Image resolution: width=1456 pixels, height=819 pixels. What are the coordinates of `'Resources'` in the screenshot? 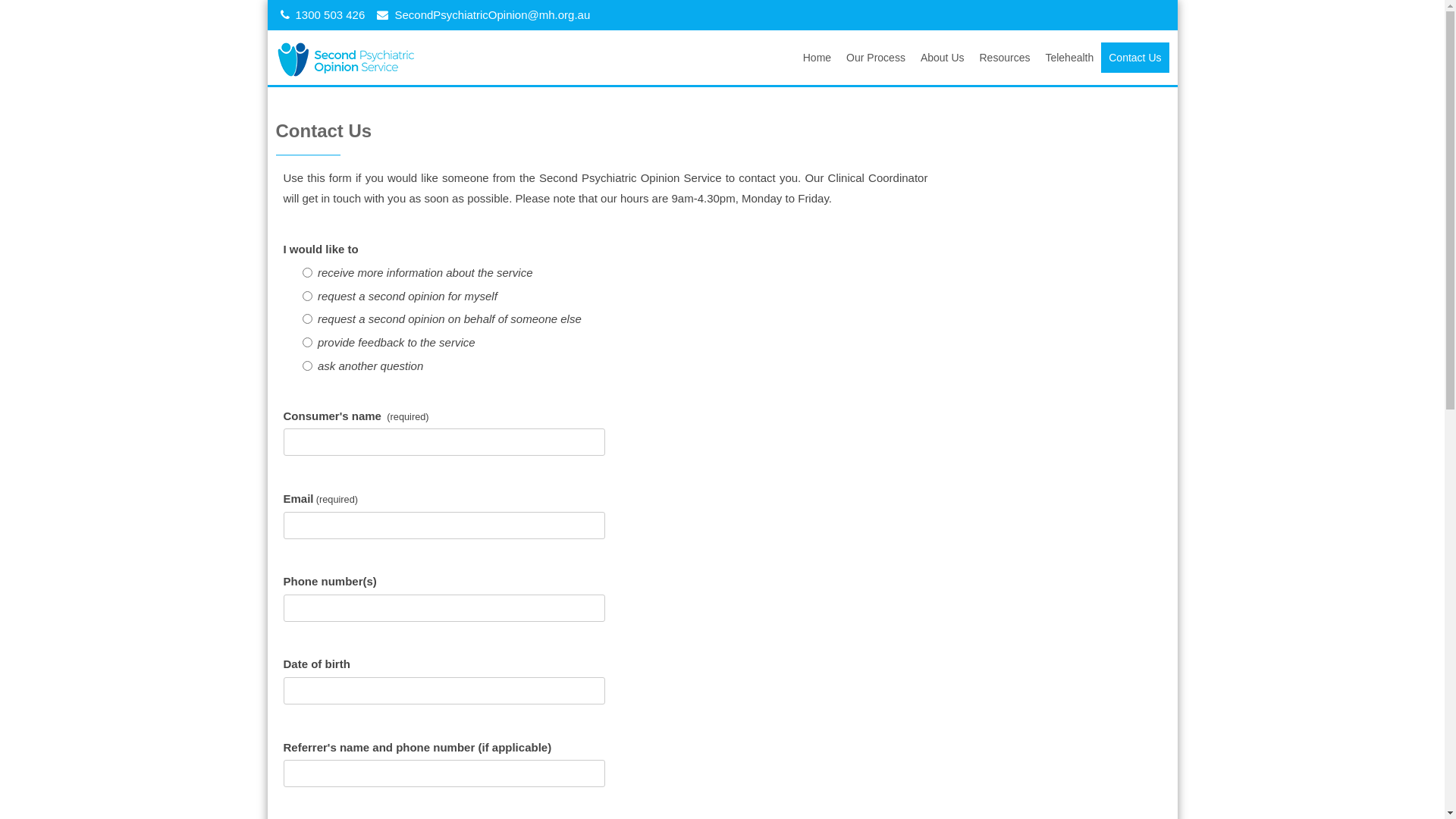 It's located at (1005, 57).